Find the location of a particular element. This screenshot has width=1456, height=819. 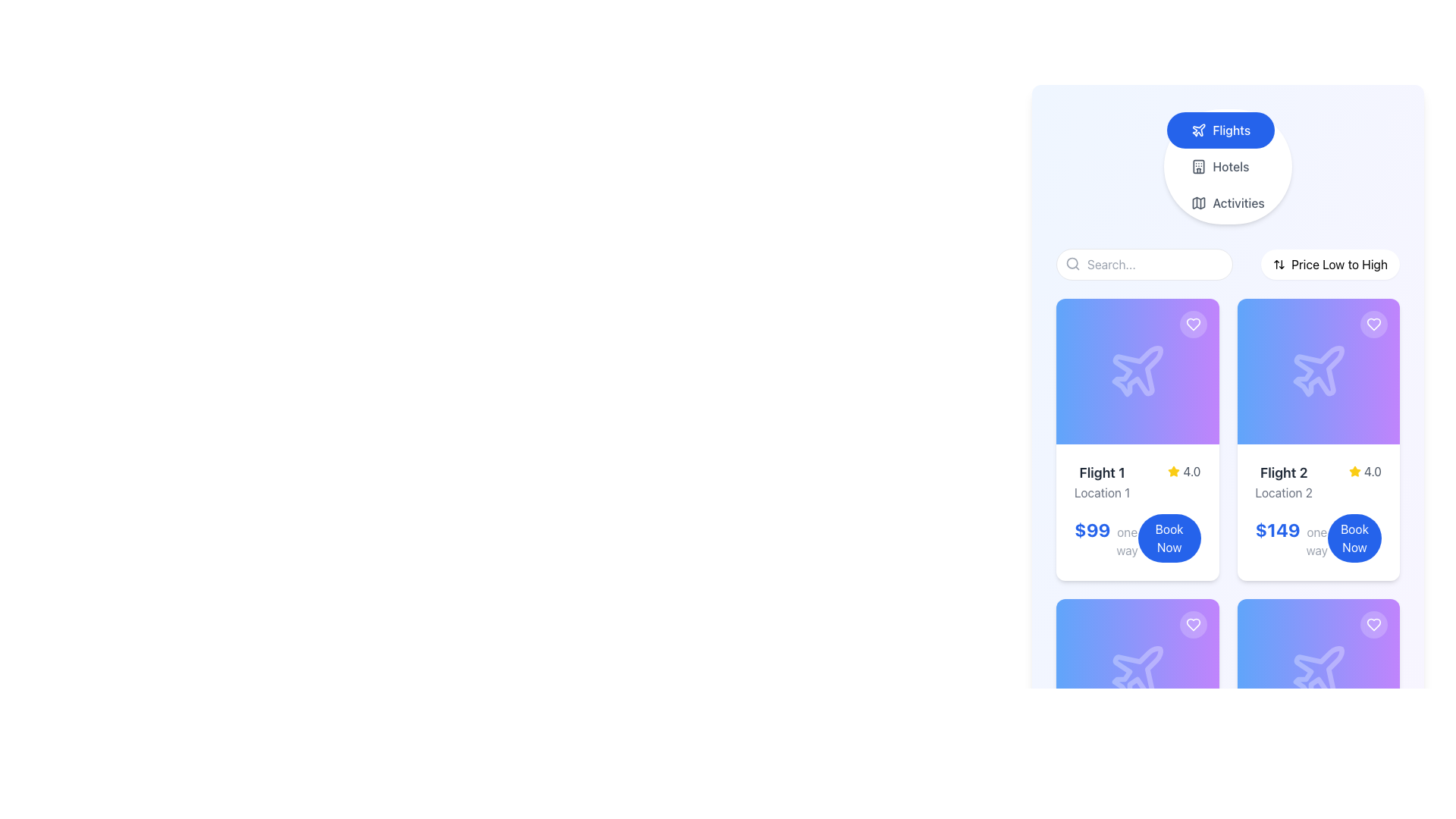

the heart-shaped icon outlined in white located at the top-right corner of the second card in the second row of the grid layout is located at coordinates (1373, 625).